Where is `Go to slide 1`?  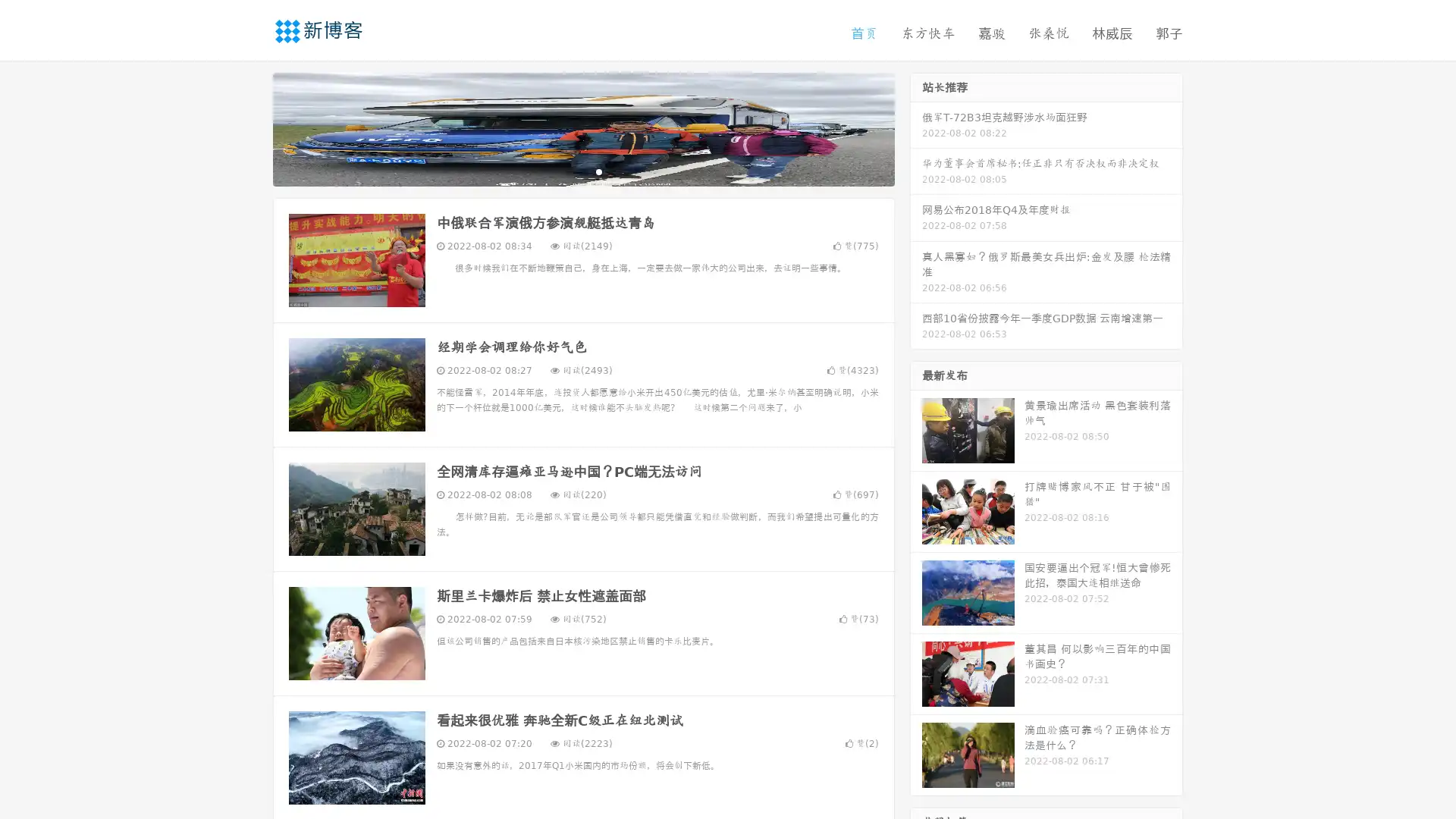 Go to slide 1 is located at coordinates (567, 171).